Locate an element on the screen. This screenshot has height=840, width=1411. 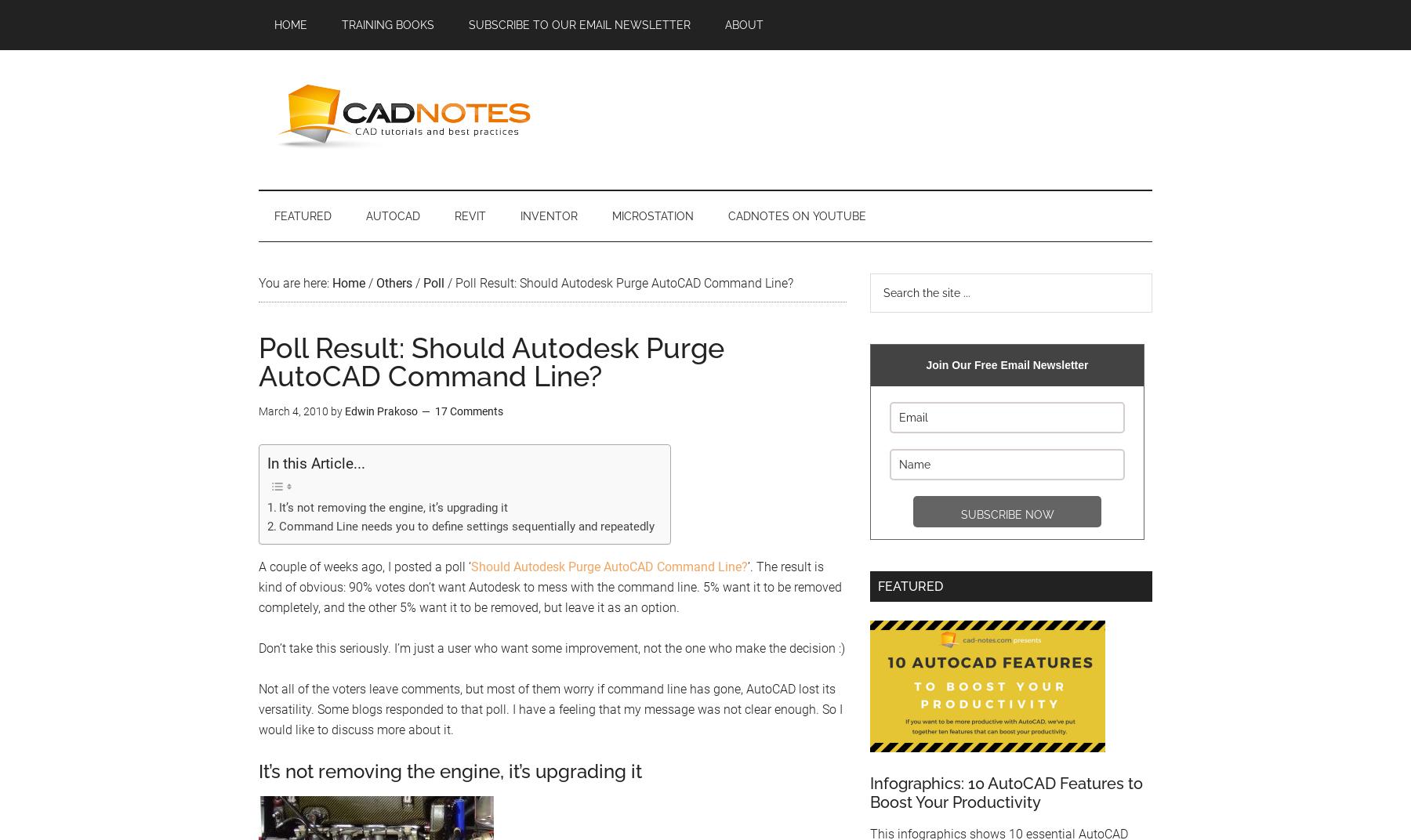
'Training Books' is located at coordinates (387, 24).